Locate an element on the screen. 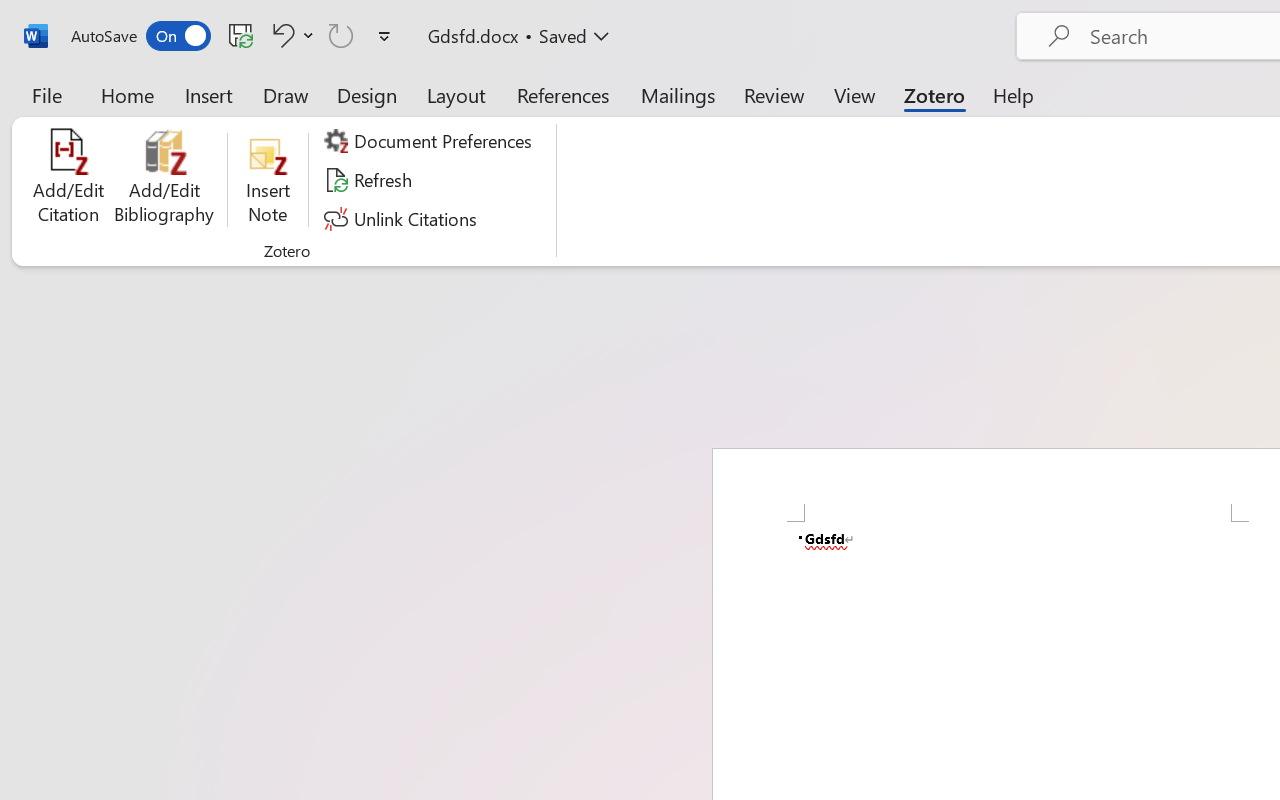  'Add/Edit Citation' is located at coordinates (68, 179).